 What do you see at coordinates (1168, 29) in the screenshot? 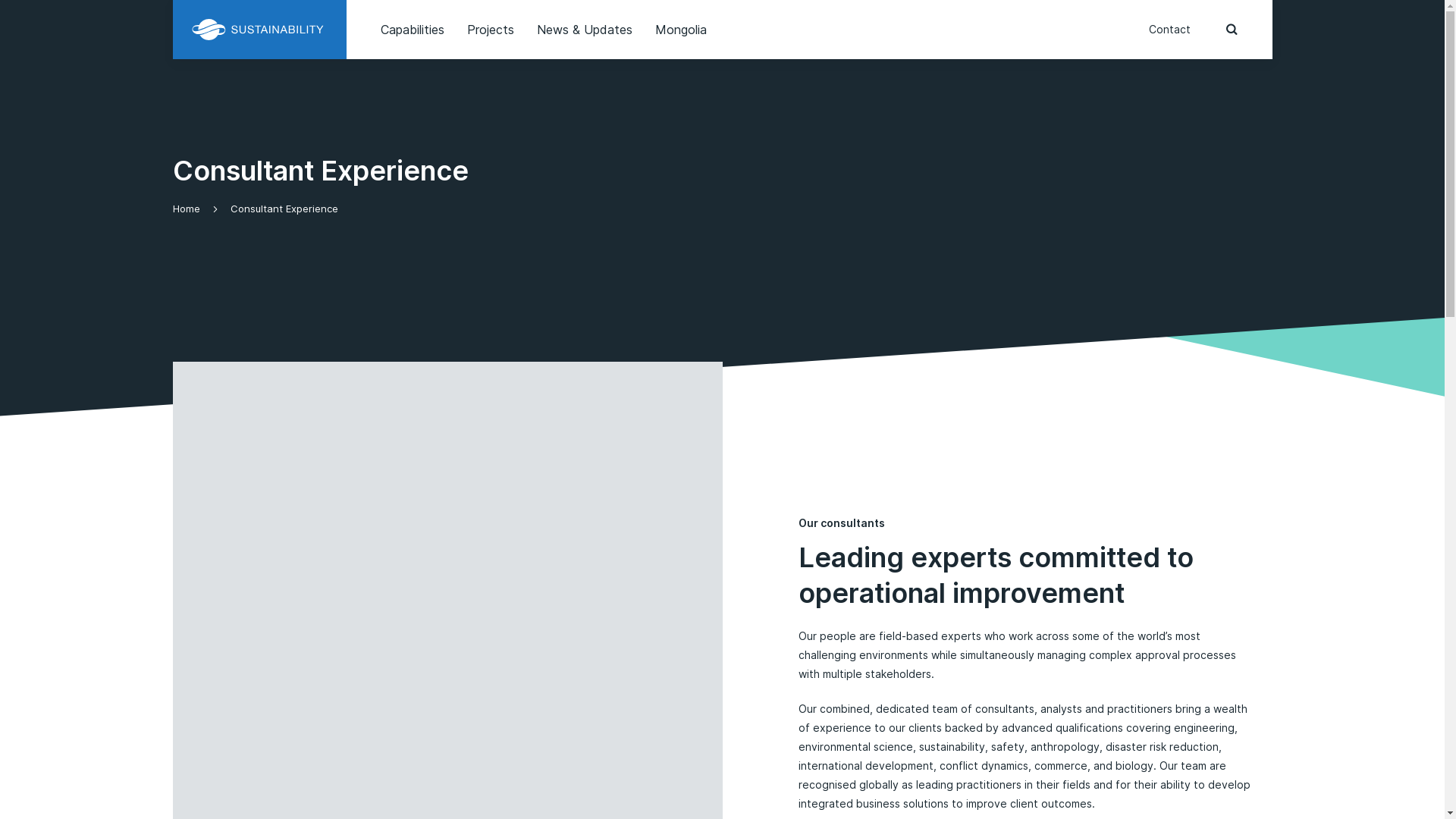
I see `'Contact'` at bounding box center [1168, 29].